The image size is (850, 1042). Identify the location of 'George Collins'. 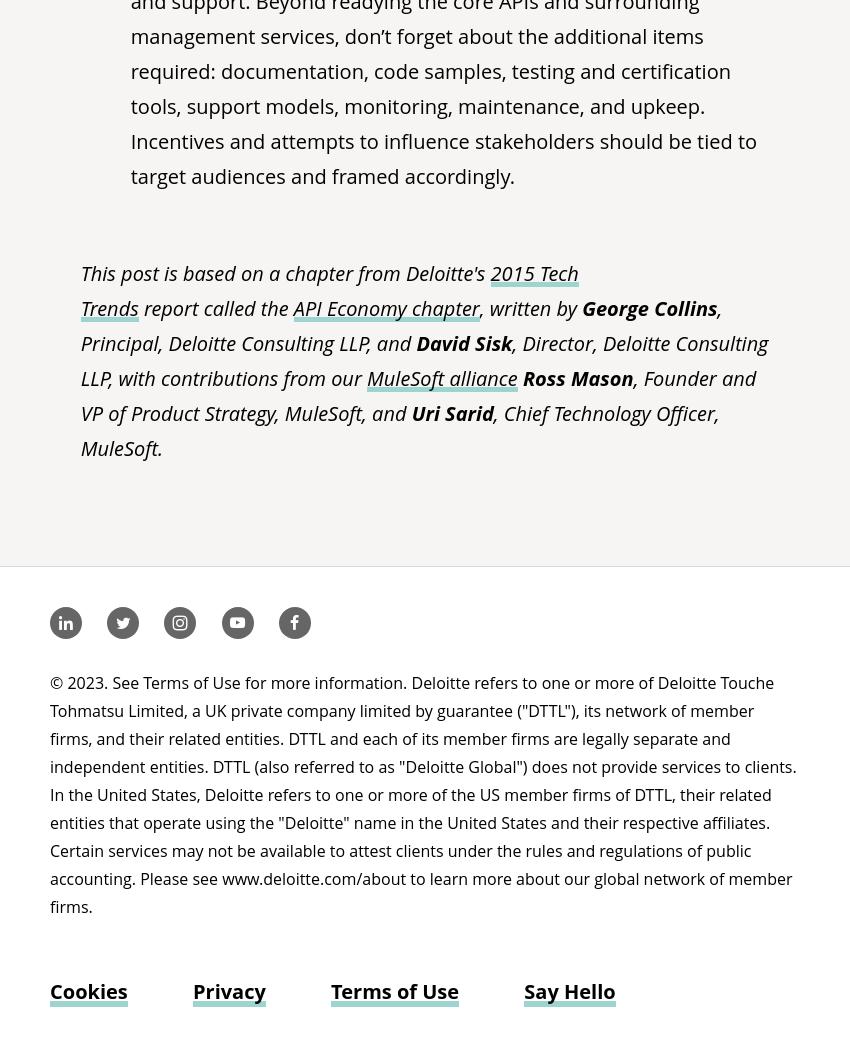
(649, 308).